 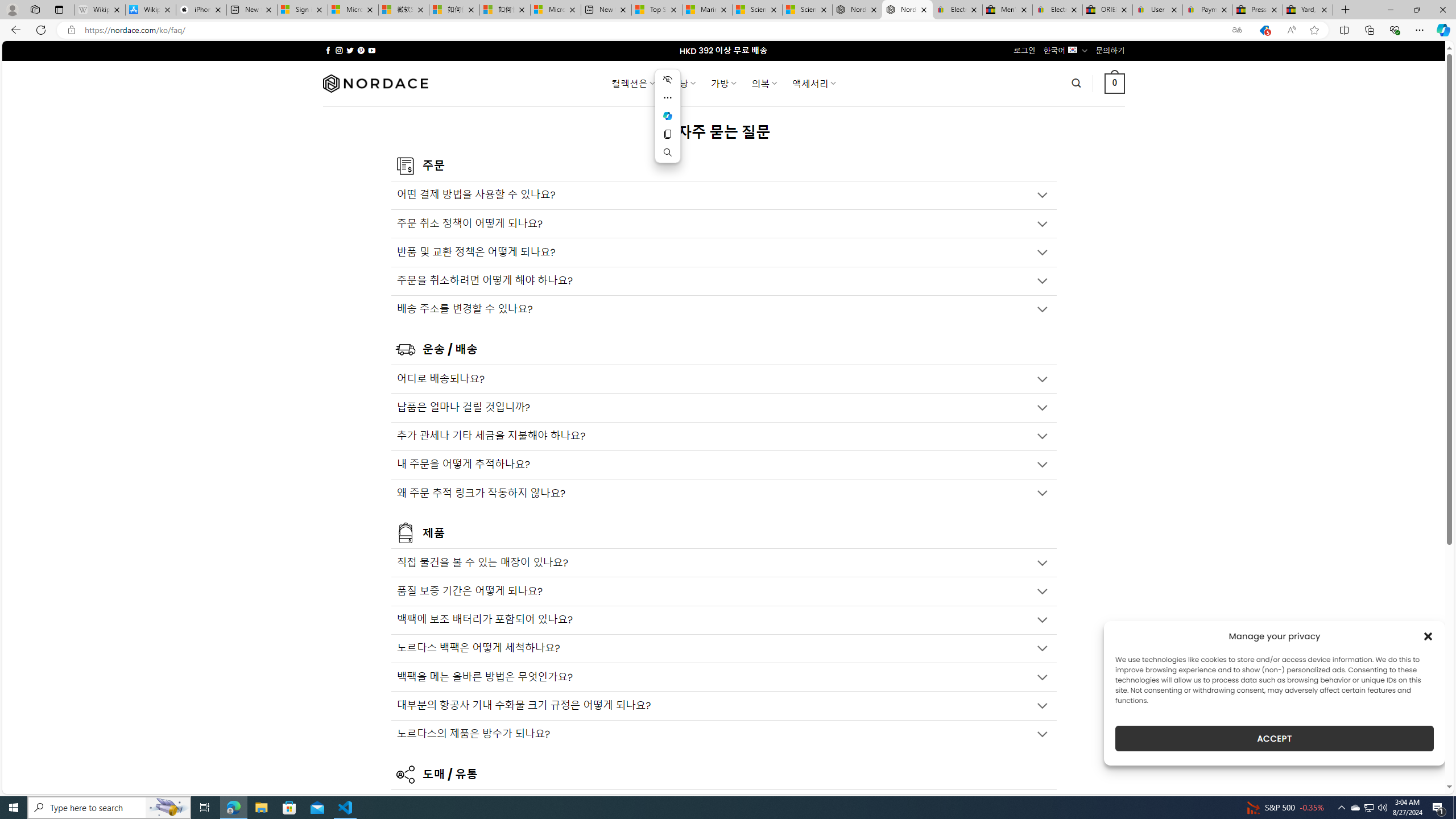 I want to click on 'Mini menu on text selection', so click(x=667, y=115).